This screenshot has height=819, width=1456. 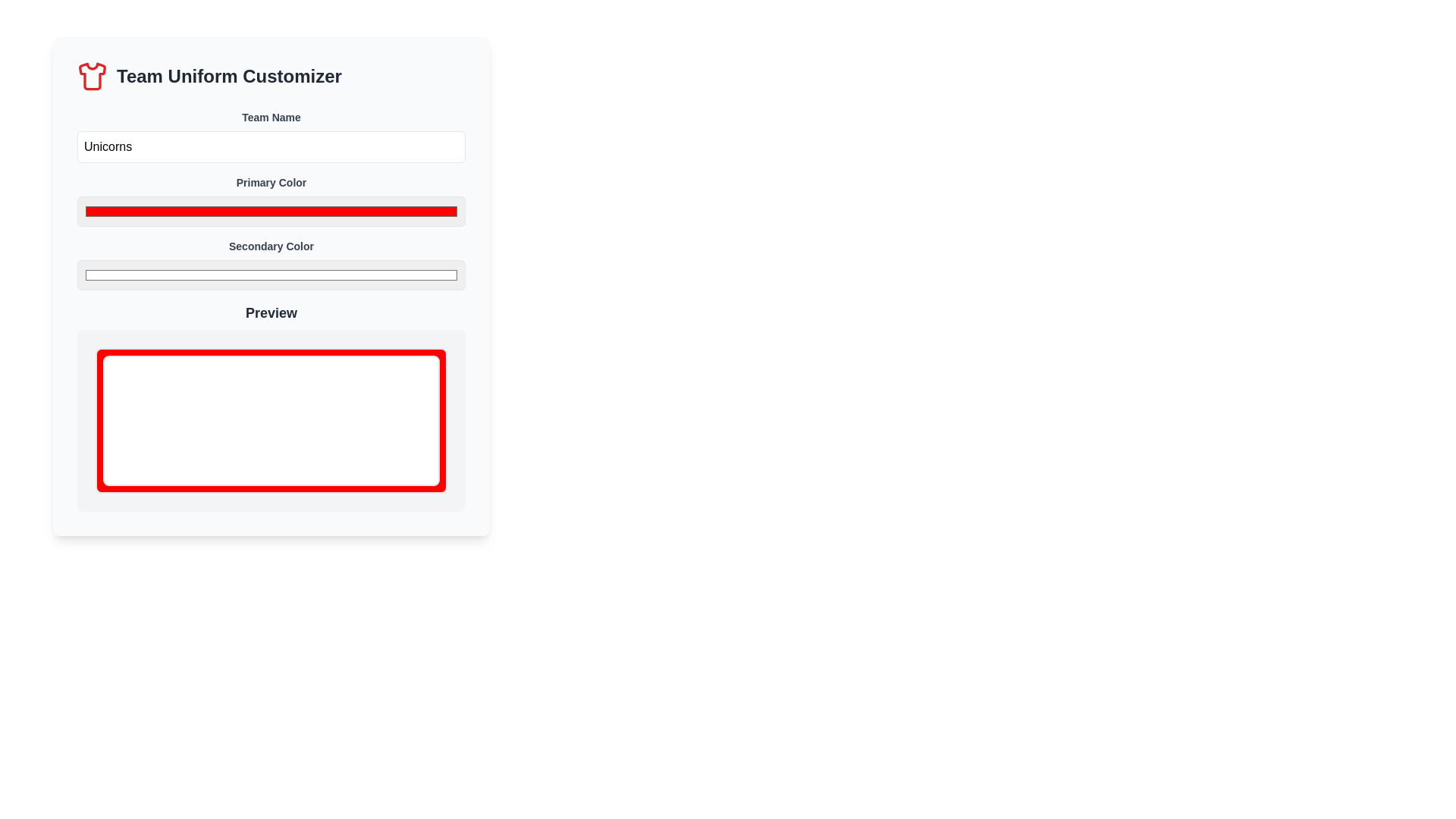 I want to click on the header text label indicating the title or purpose of the customization tool for team uniforms, which is located to the right of the shirt icon in the upper section of the interface, so click(x=228, y=76).